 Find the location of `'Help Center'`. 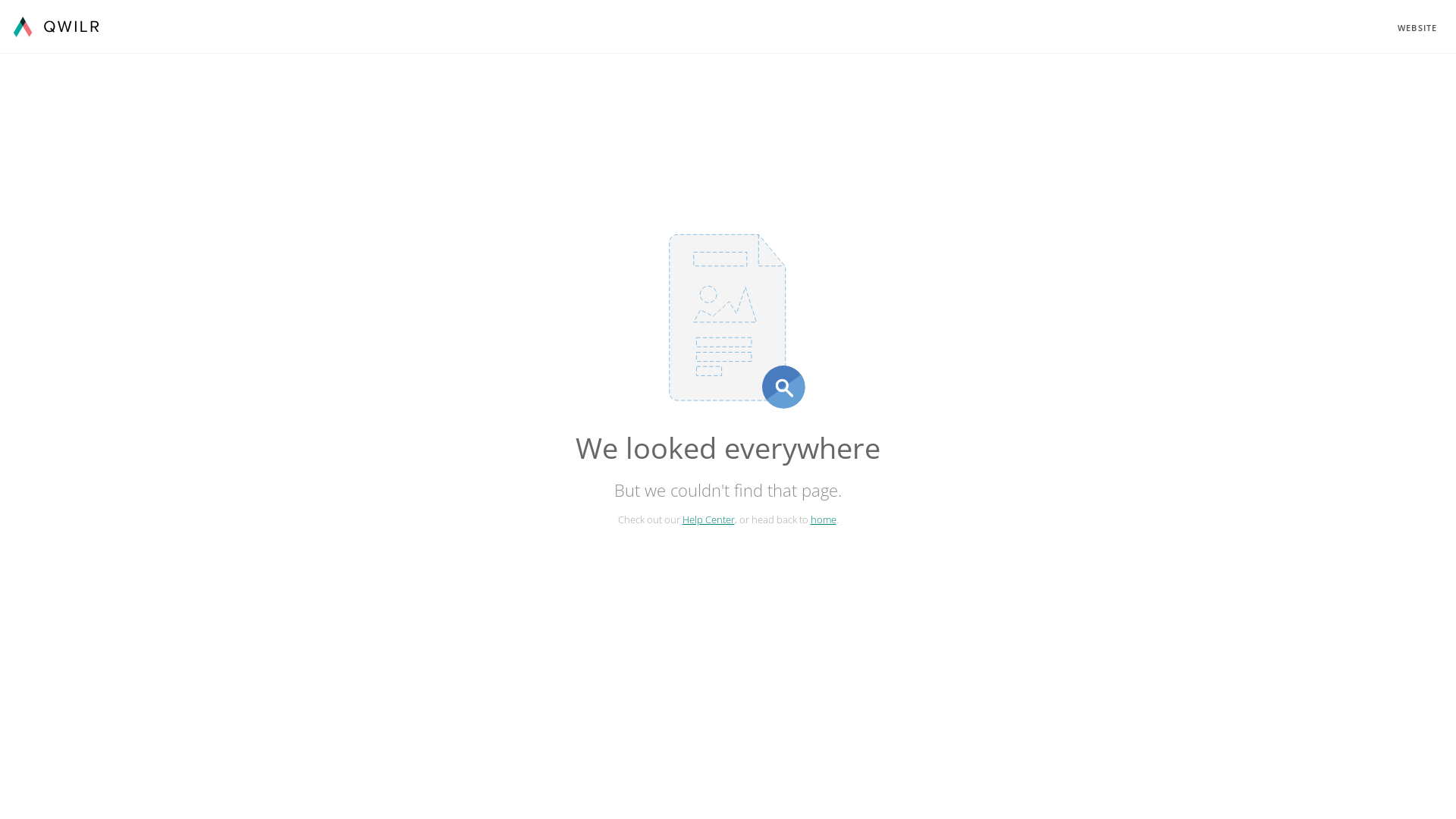

'Help Center' is located at coordinates (682, 519).